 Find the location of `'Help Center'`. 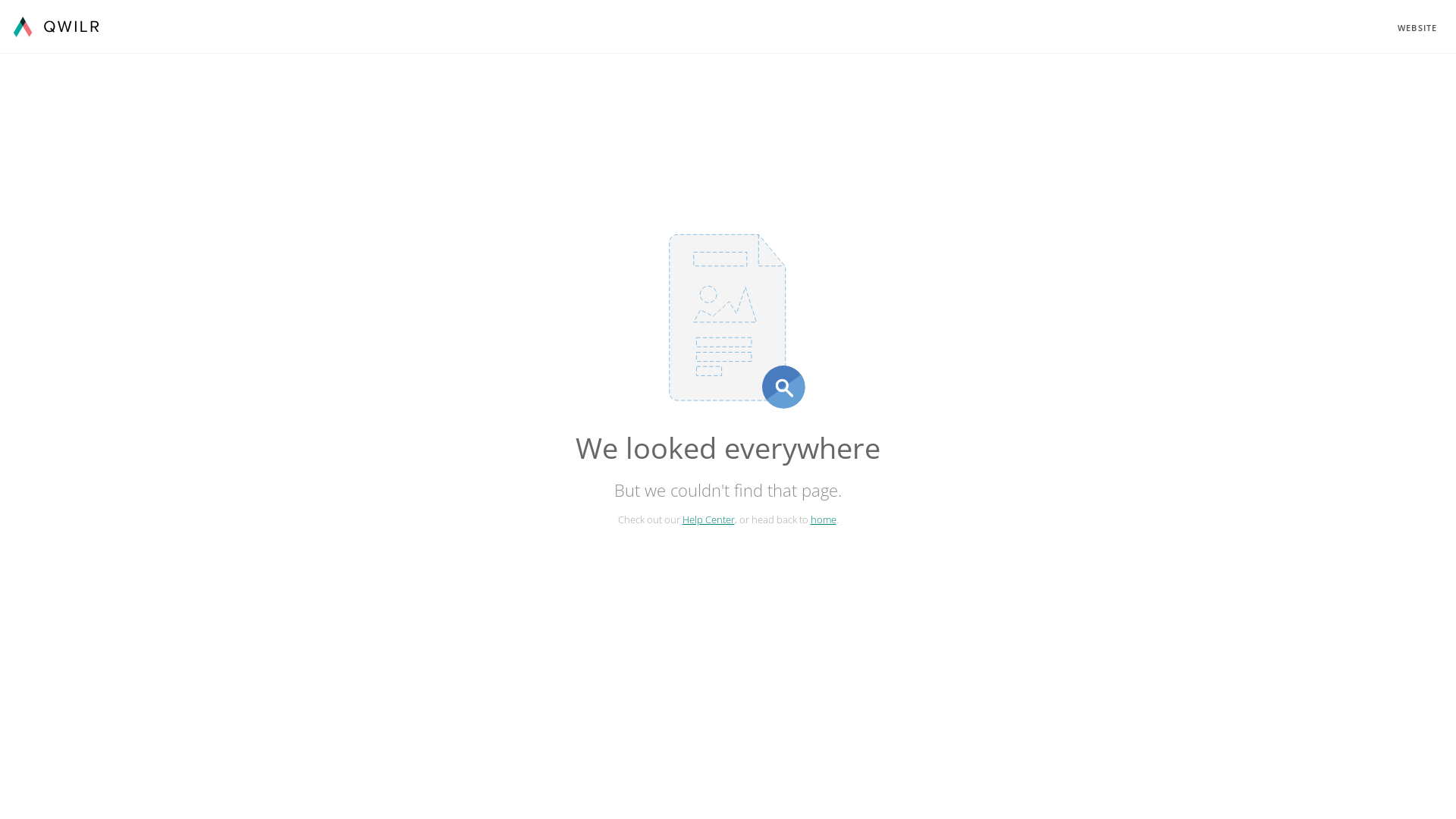

'Help Center' is located at coordinates (682, 519).